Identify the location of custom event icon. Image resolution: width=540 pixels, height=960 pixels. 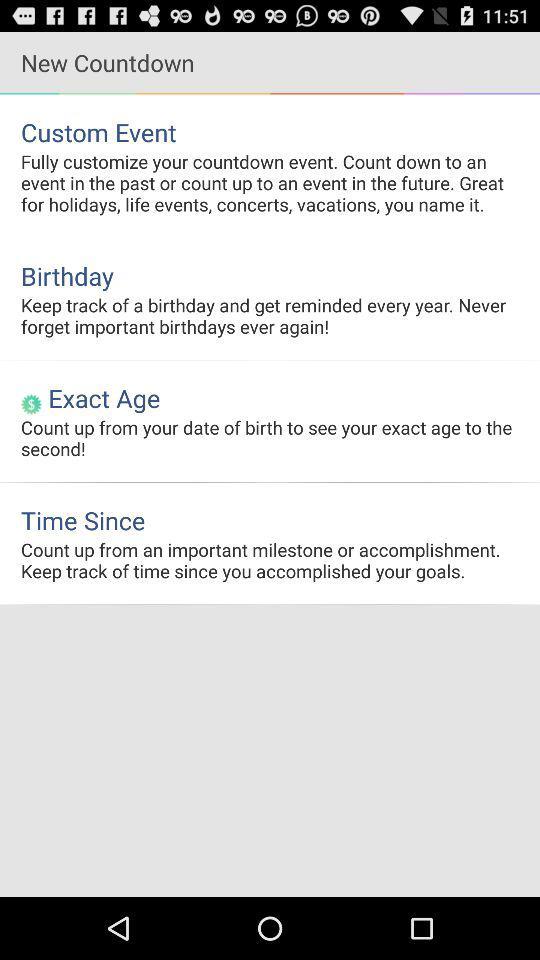
(270, 131).